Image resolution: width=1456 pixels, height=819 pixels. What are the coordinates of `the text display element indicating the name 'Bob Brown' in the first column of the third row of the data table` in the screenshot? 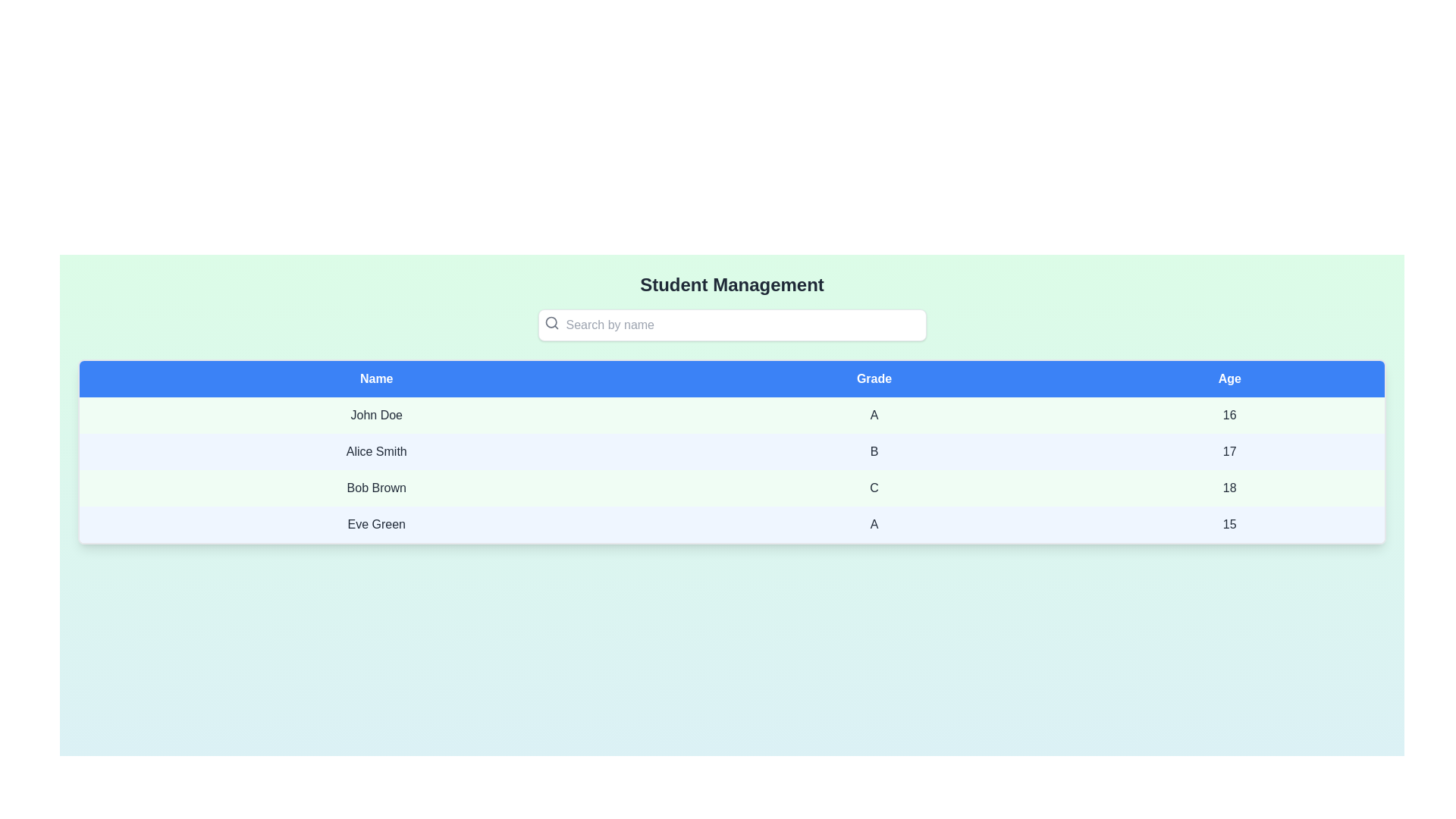 It's located at (376, 488).